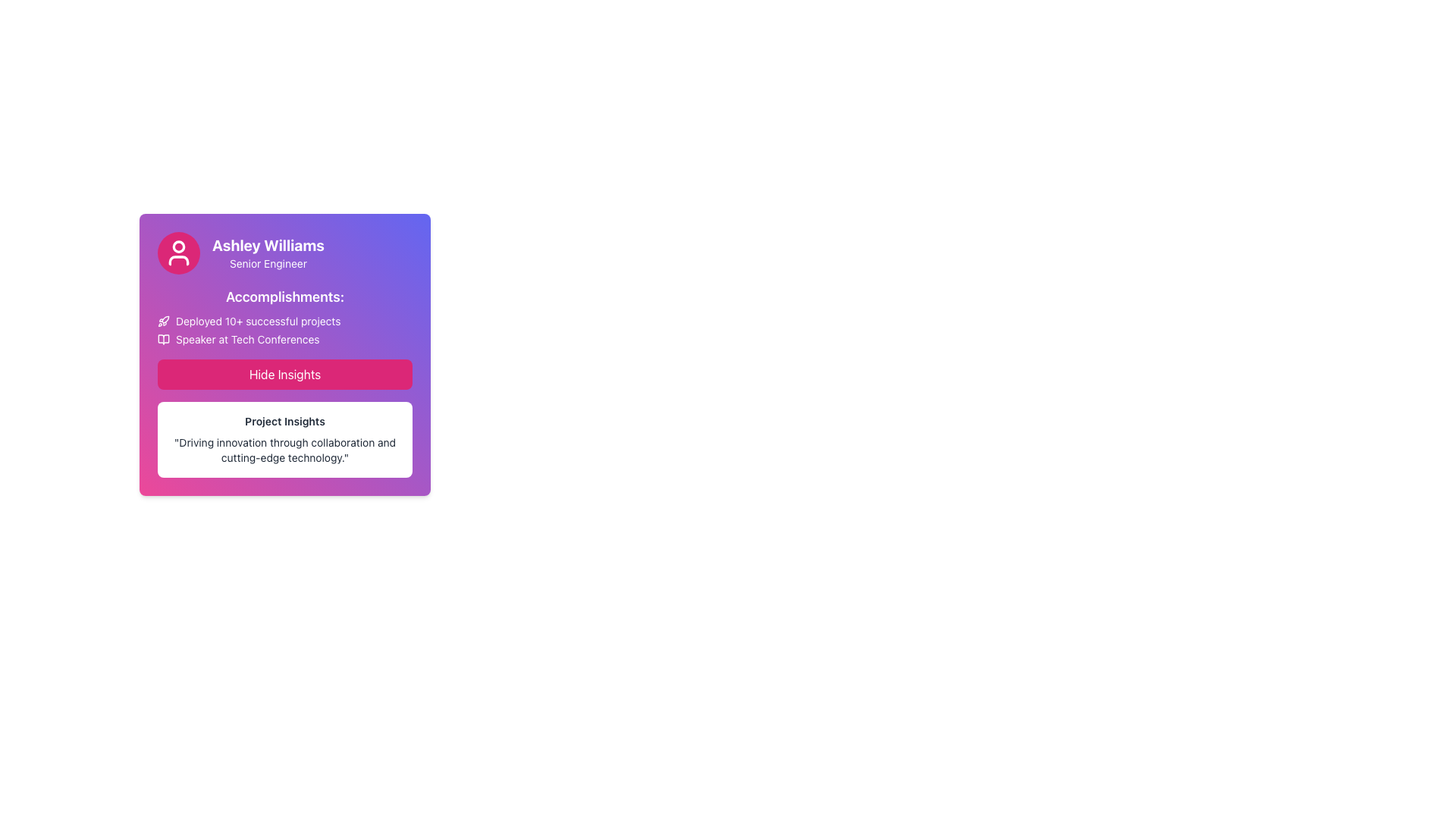 The height and width of the screenshot is (819, 1456). I want to click on the second accomplishment entry in the profile card that lists an individual's professional achievements, located directly below 'Deployed 10+ successful projects', so click(284, 338).